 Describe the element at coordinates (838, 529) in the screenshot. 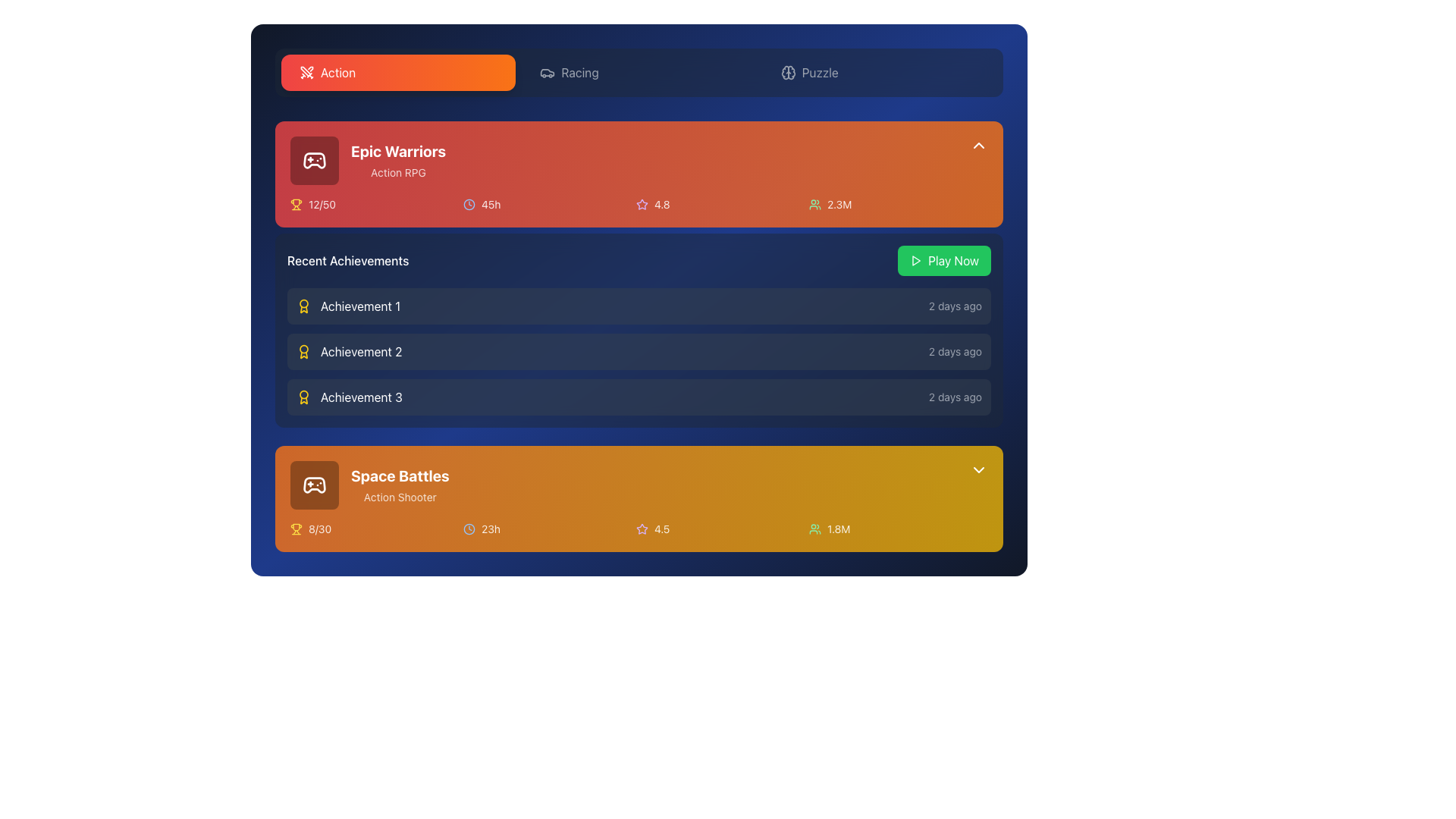

I see `the static text label displaying '1.8M' in white on a golden-yellow background, located in the bottom section of the 'Space Battles' game information card, to the right of the user icon` at that location.